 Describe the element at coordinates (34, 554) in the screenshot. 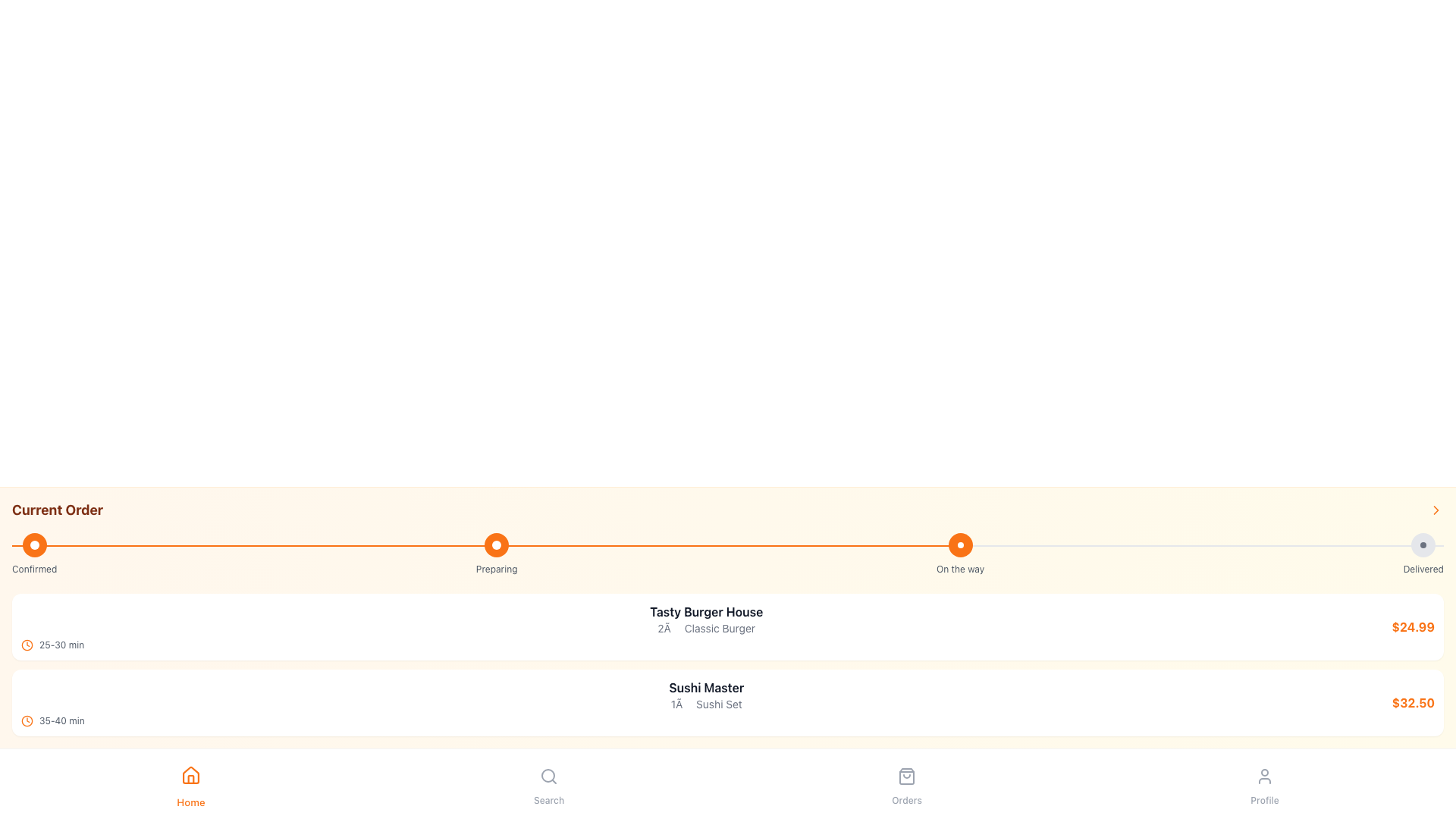

I see `the Circular progress indicator that is filled with solid orange color and has a text label 'Confirmed' below it, indicating a step in a process tracker` at that location.